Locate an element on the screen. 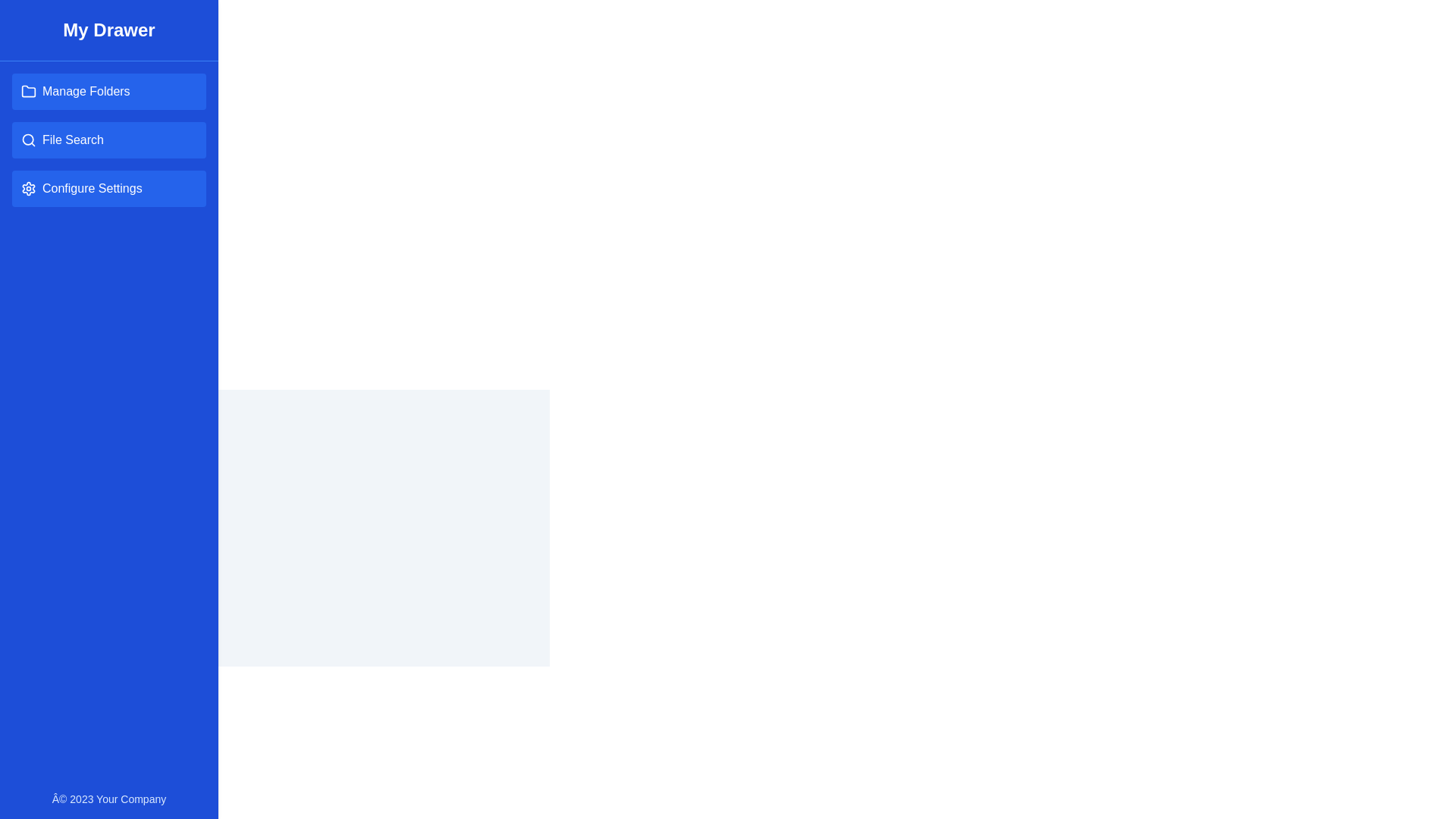  the navigation item File Search in the drawer is located at coordinates (108, 140).